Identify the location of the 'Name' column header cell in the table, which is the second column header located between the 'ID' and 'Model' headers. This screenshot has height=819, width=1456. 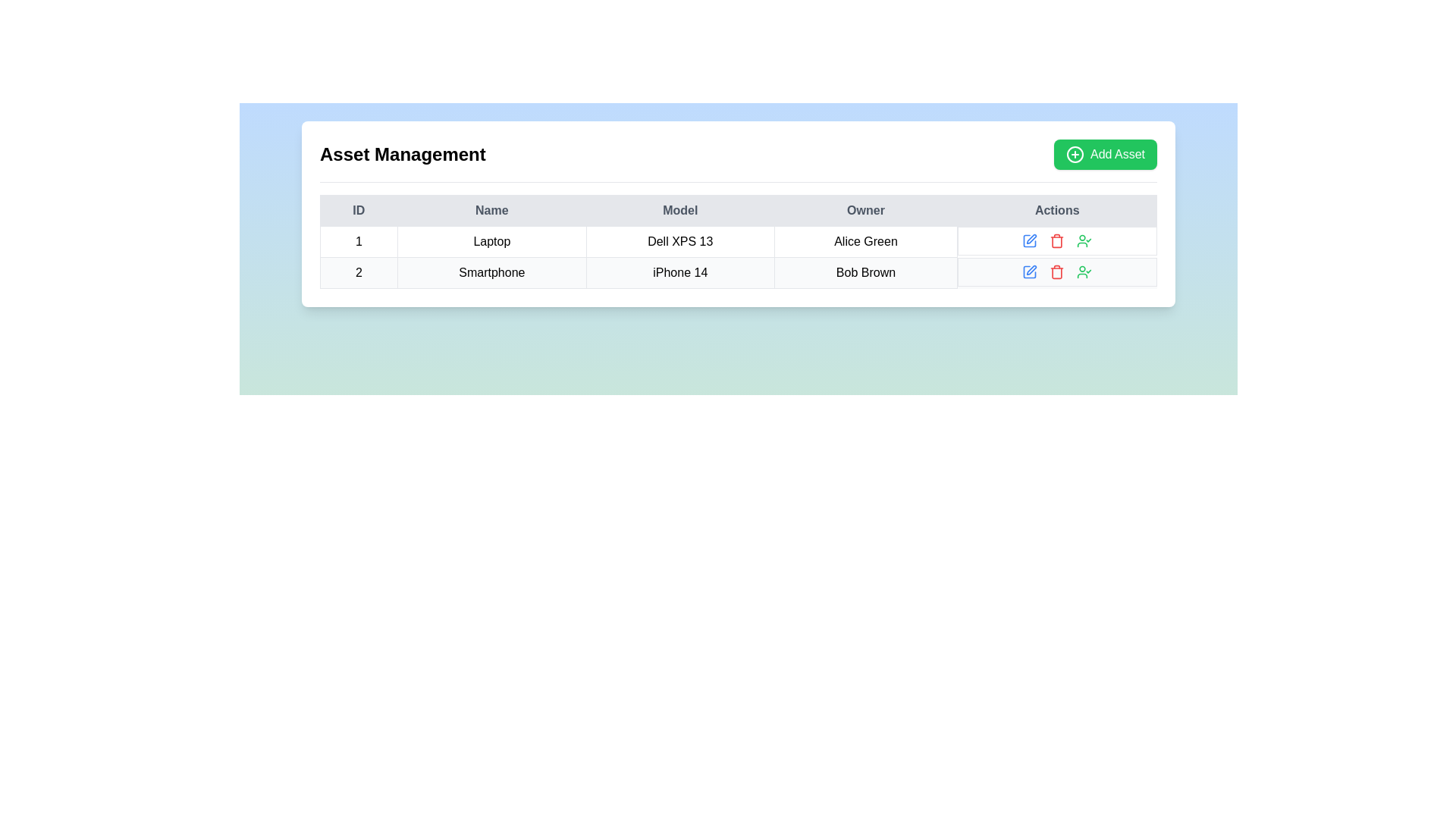
(491, 210).